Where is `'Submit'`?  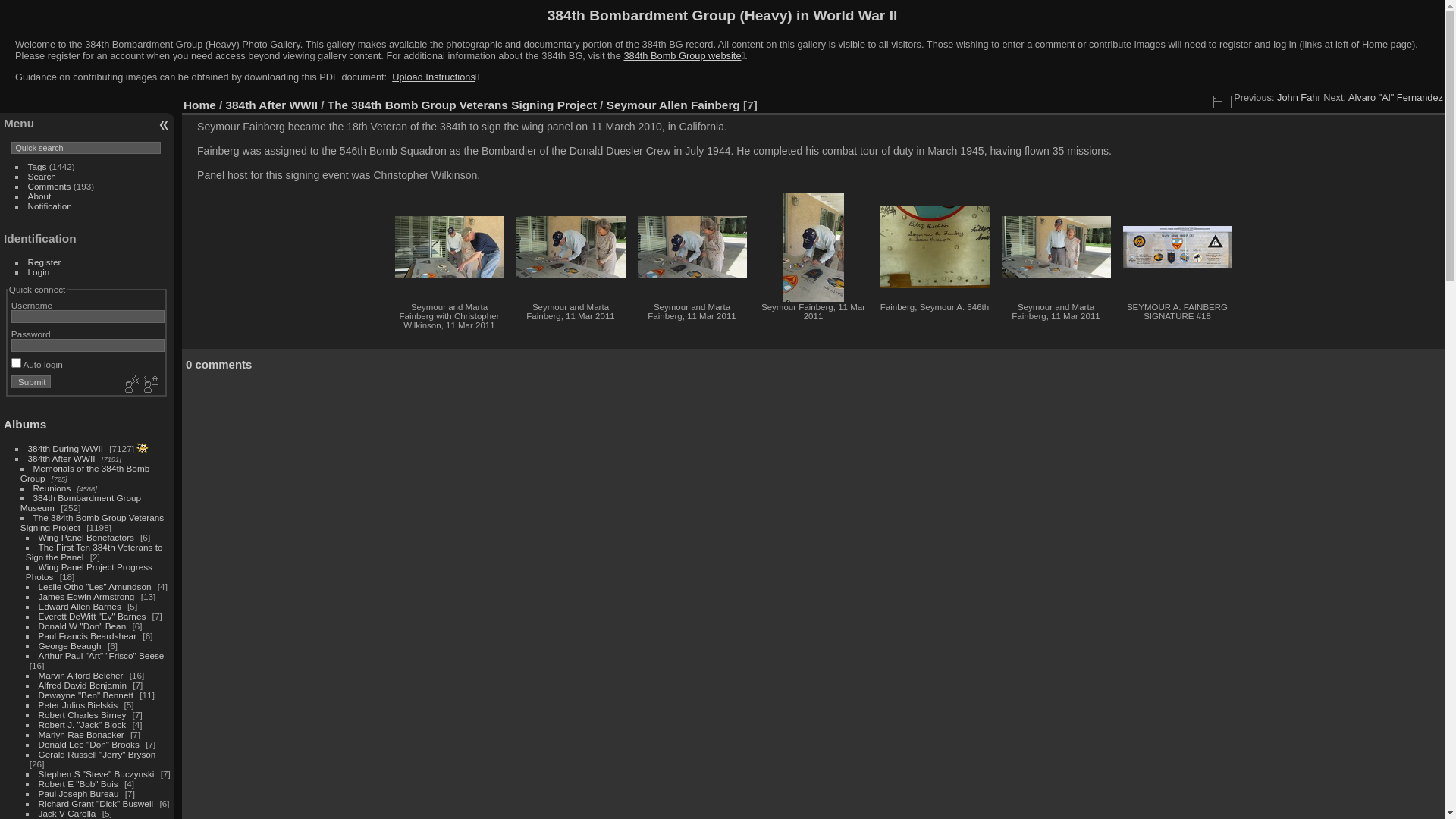 'Submit' is located at coordinates (31, 381).